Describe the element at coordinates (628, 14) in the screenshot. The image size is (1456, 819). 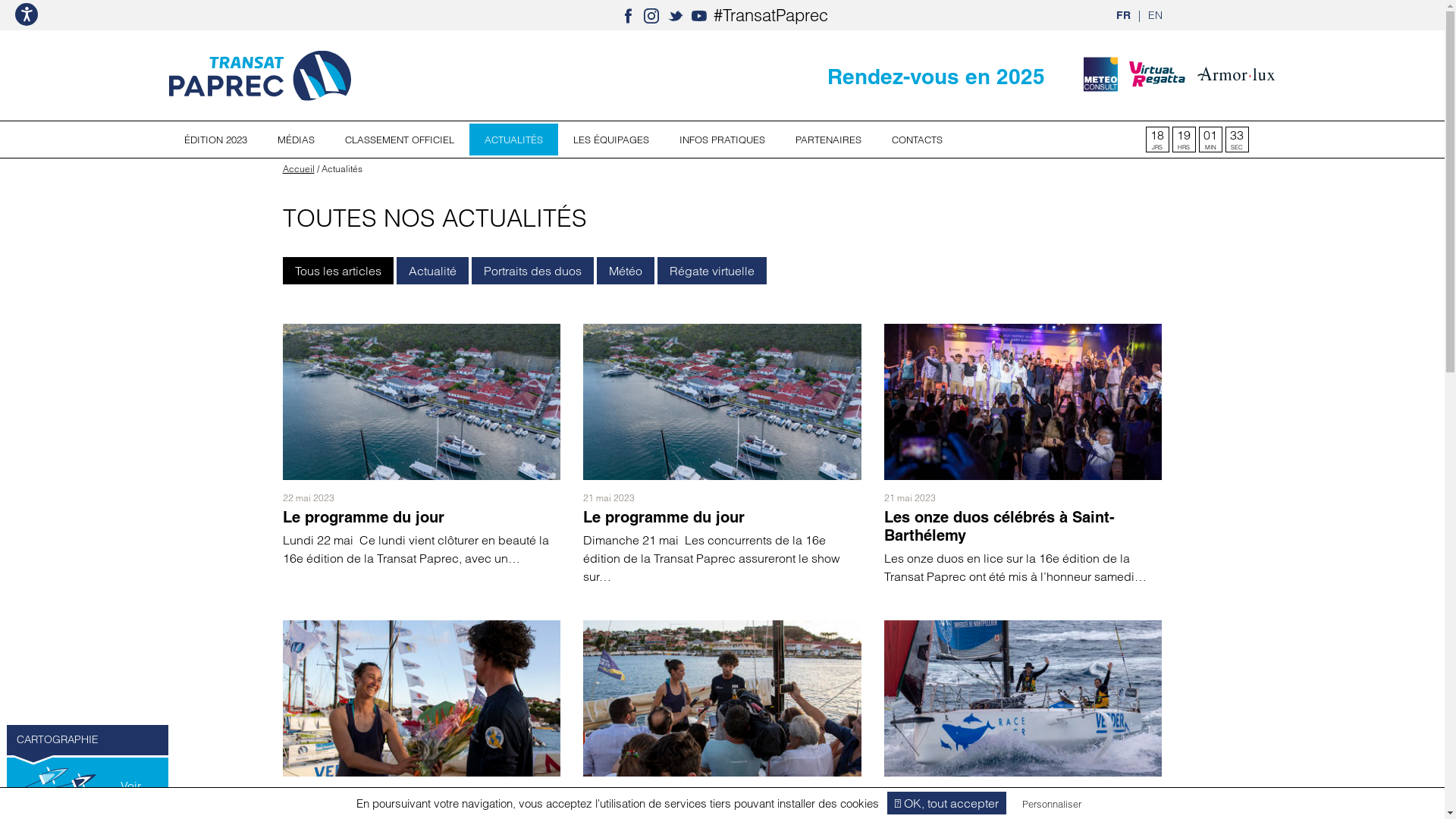
I see `'Facebook'` at that location.